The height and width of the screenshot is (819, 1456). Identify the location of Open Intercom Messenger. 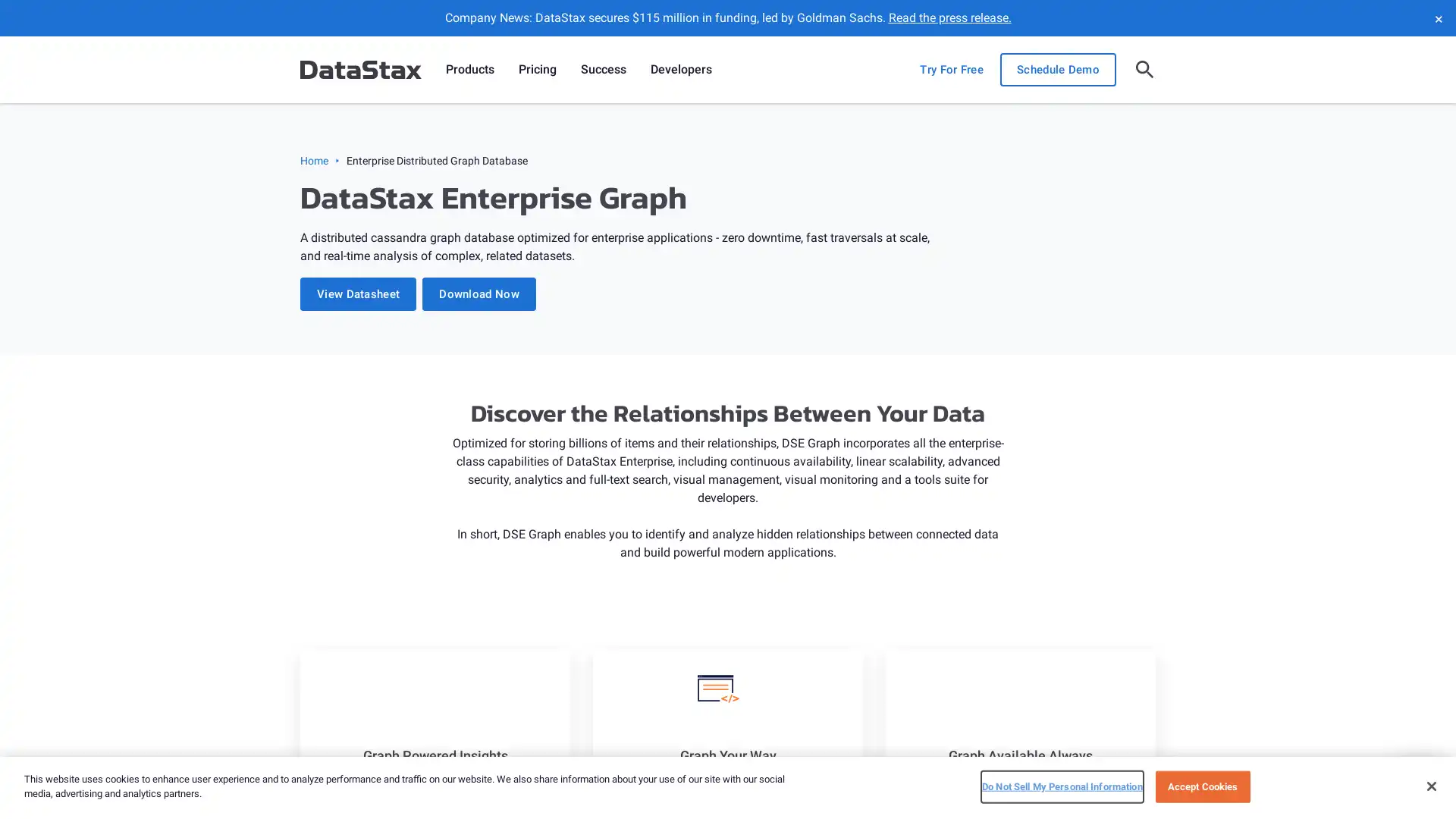
(1417, 780).